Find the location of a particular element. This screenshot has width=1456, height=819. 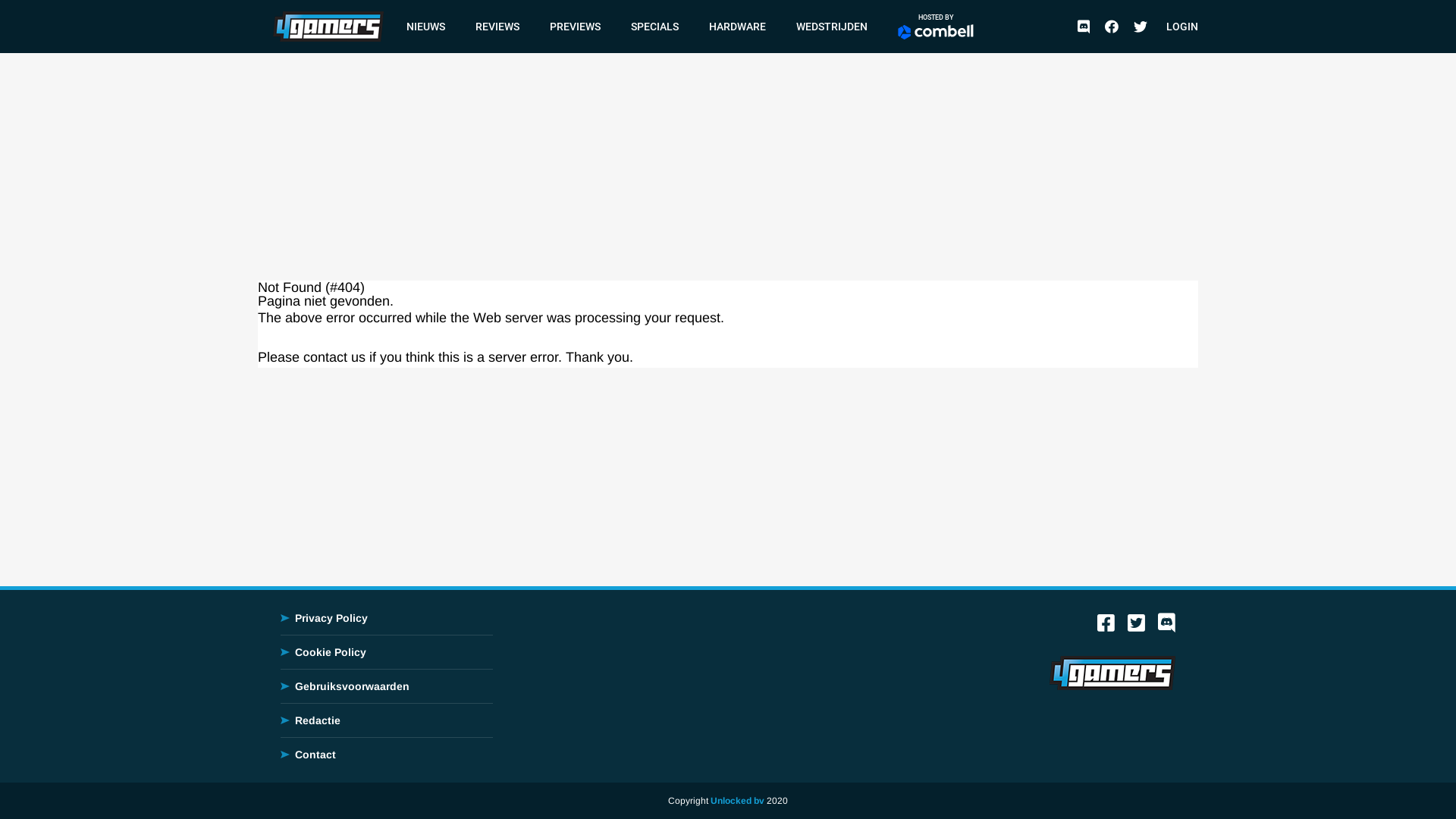

'Gebruiksvoorwaarden' is located at coordinates (351, 686).